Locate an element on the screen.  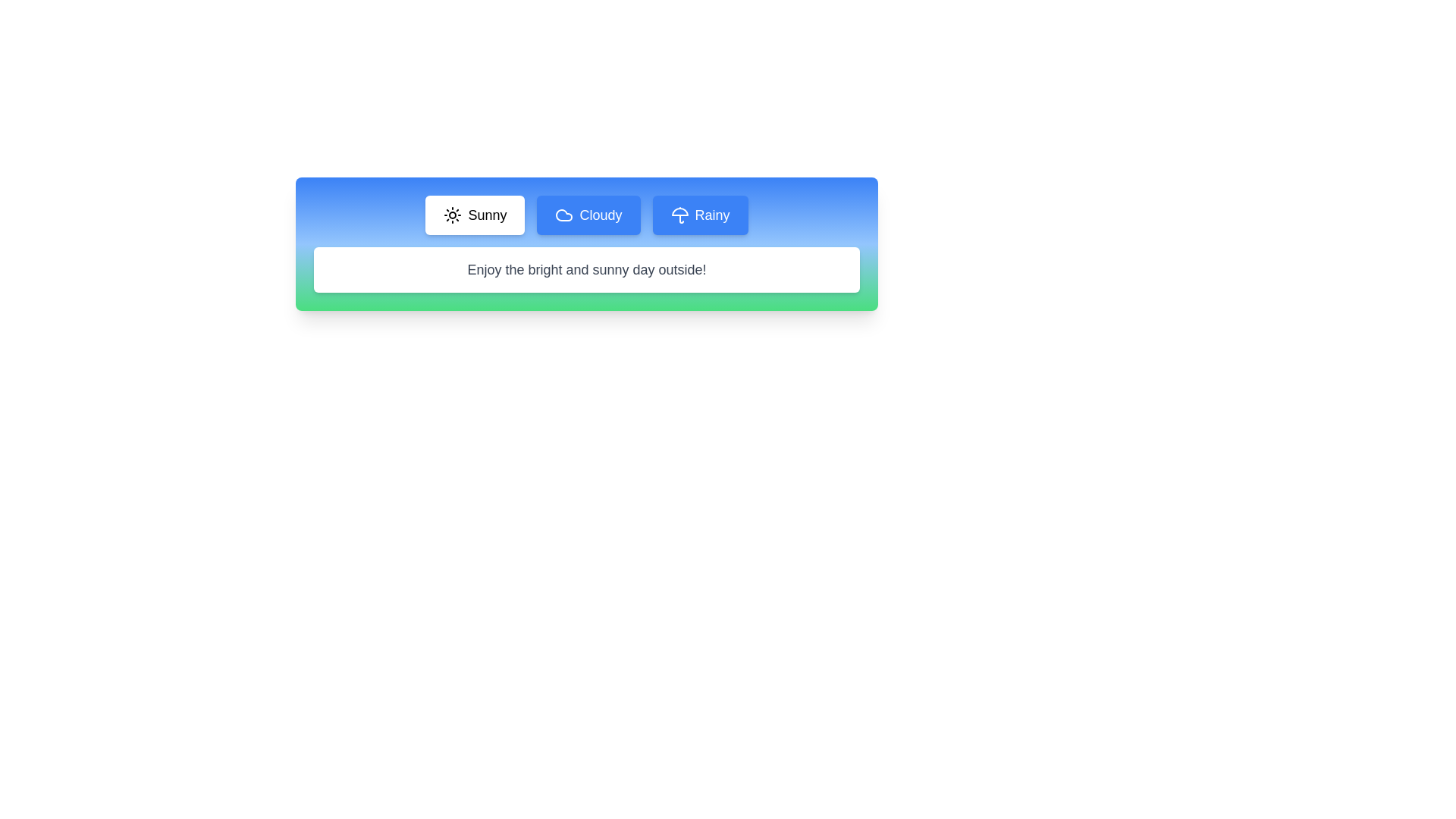
the Sunny tab to see its hover effect is located at coordinates (474, 215).